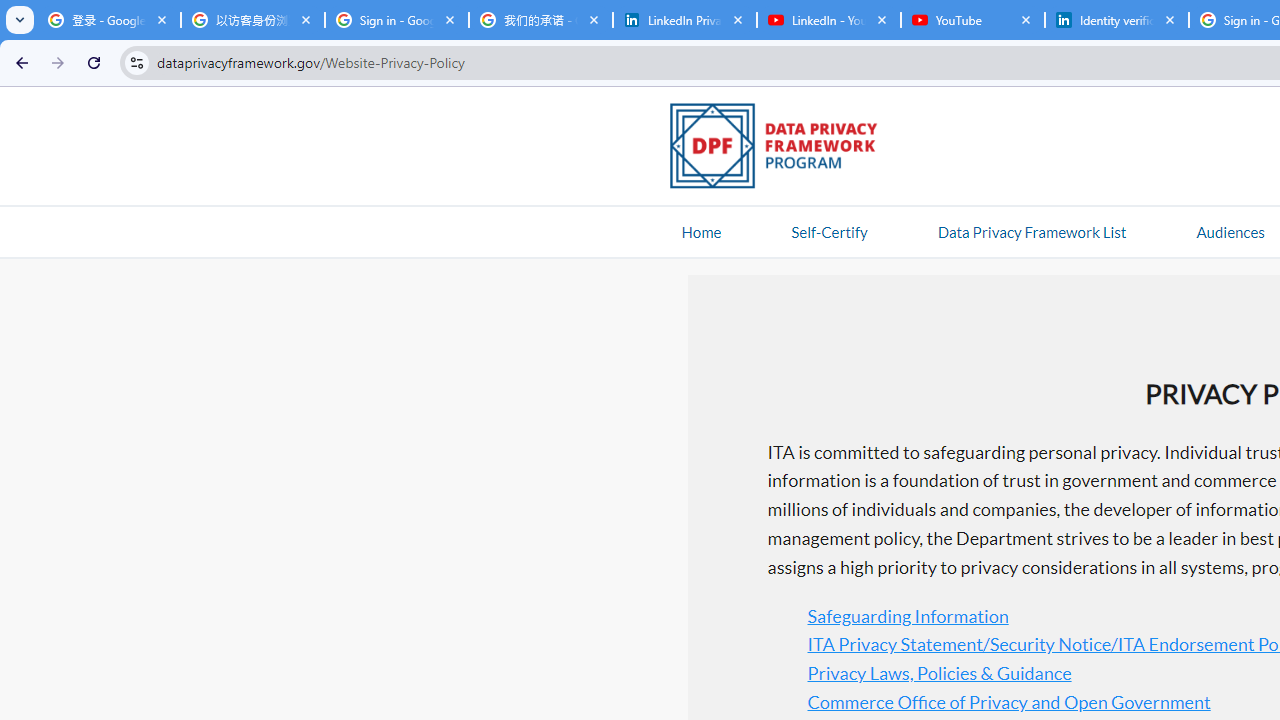 This screenshot has height=720, width=1280. Describe the element at coordinates (828, 20) in the screenshot. I see `'LinkedIn - YouTube'` at that location.